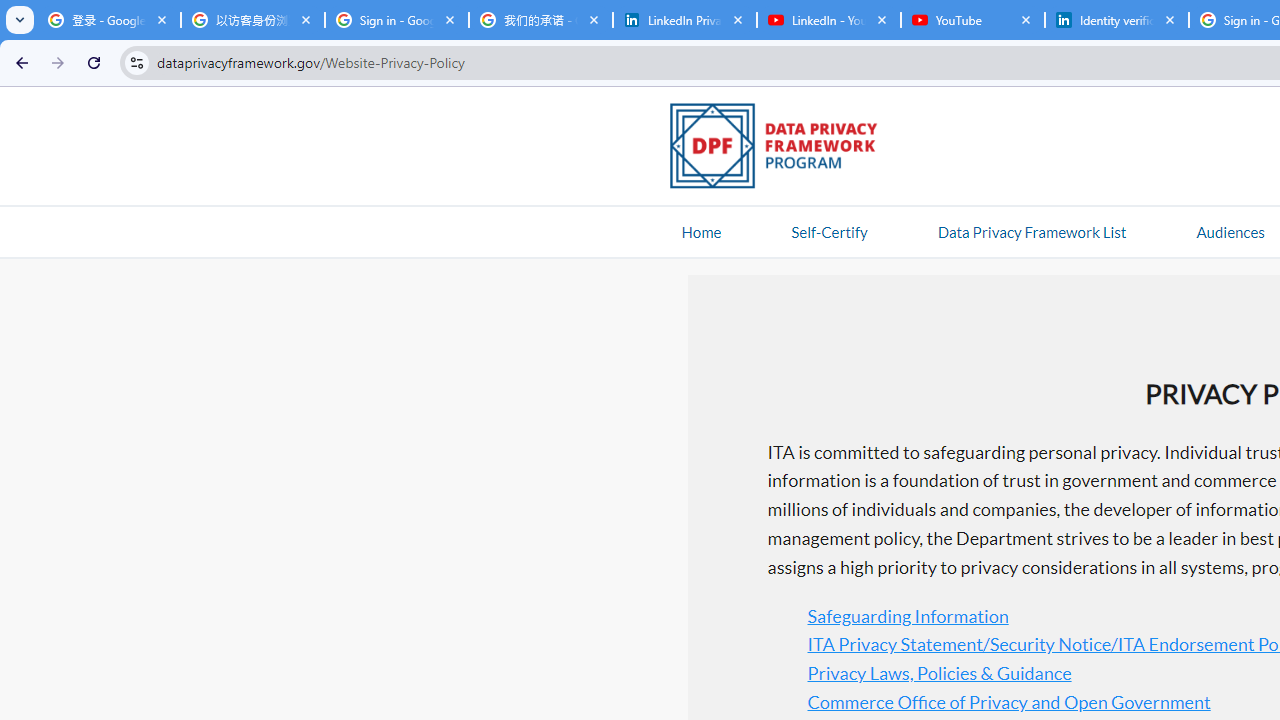 This screenshot has height=720, width=1280. Describe the element at coordinates (828, 20) in the screenshot. I see `'LinkedIn - YouTube'` at that location.